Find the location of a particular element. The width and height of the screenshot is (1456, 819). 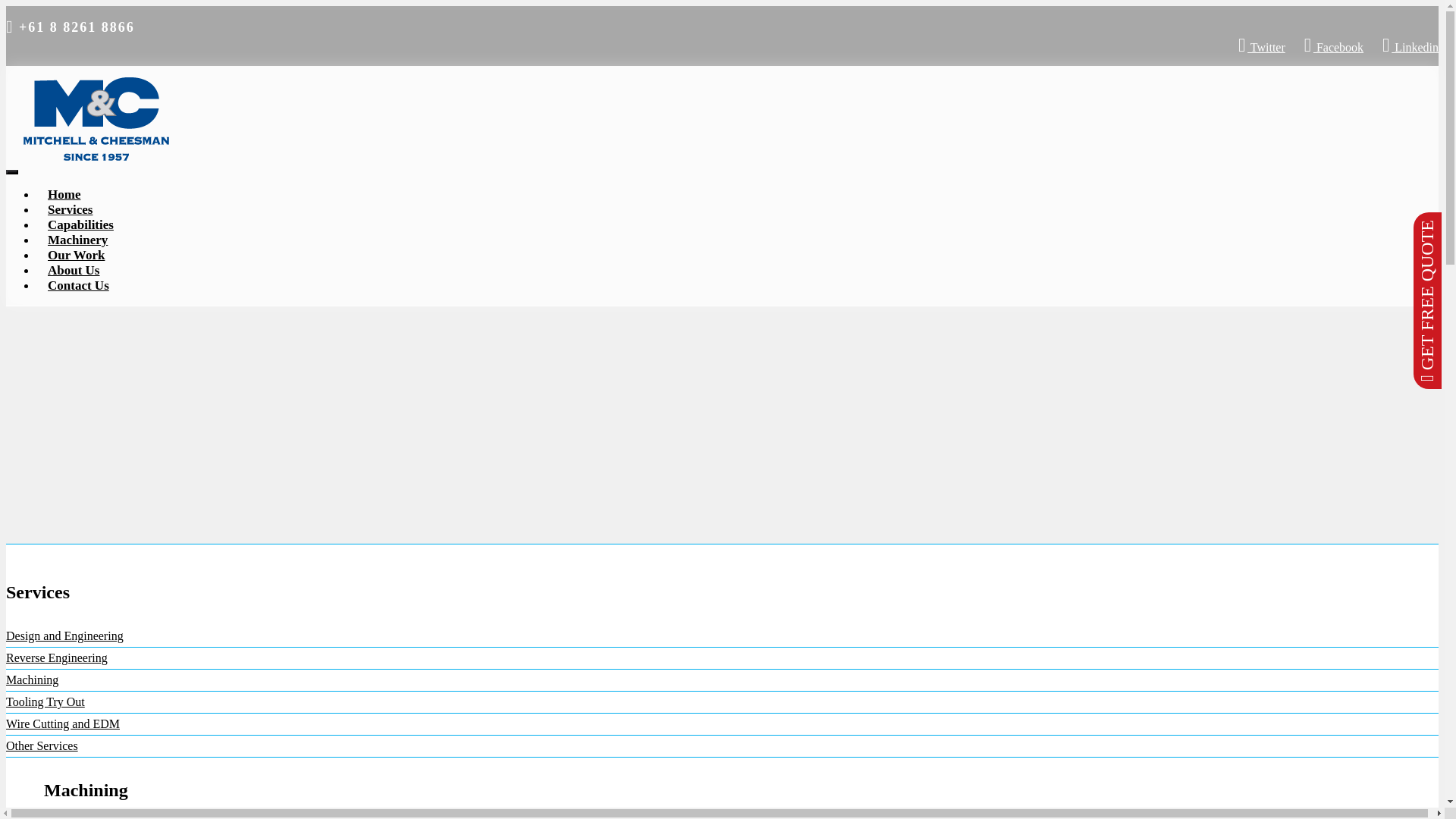

'Mitchell & Cheesman' is located at coordinates (21, 118).